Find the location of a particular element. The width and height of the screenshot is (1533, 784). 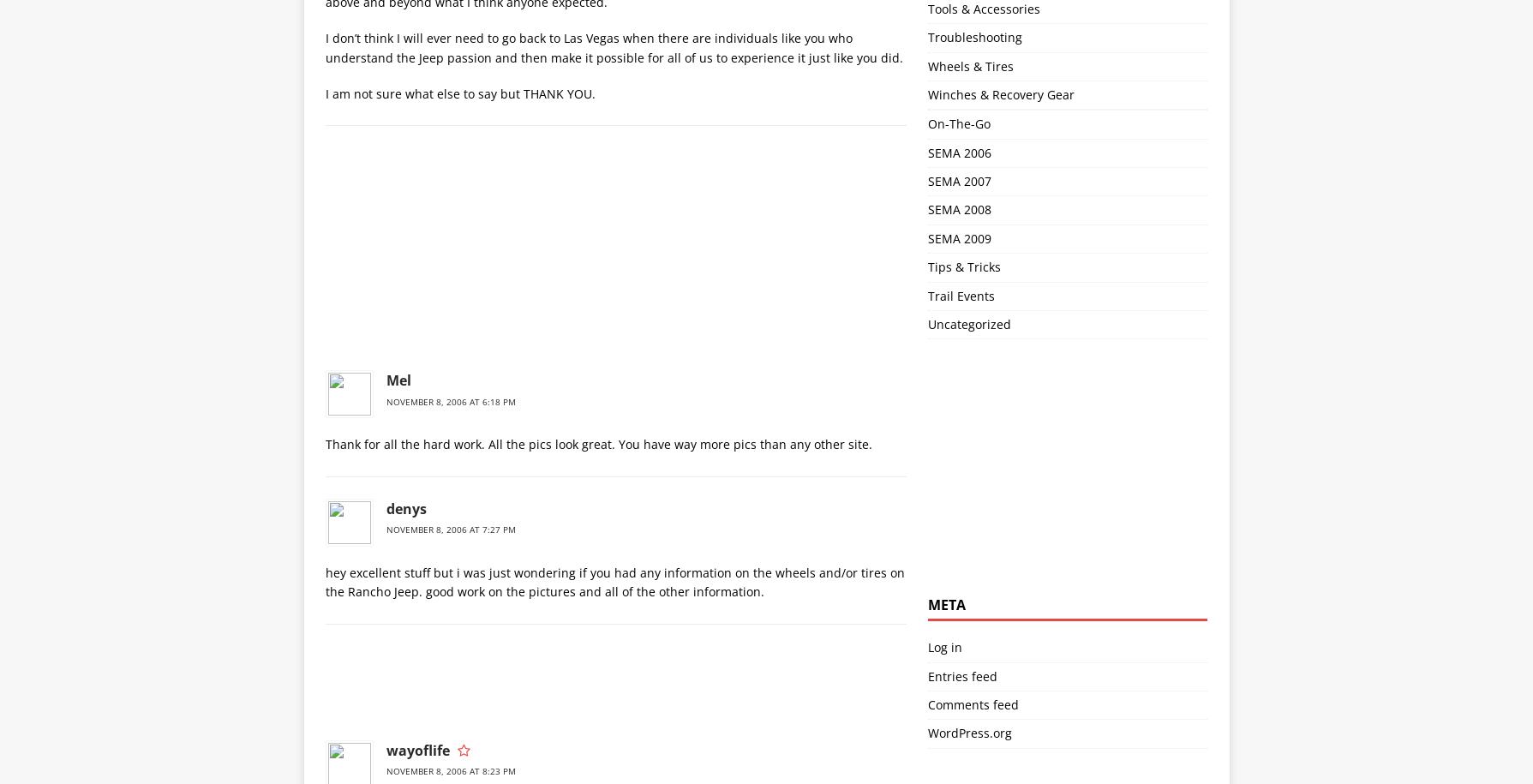

'I am not sure what else to say but THANK YOU.' is located at coordinates (458, 93).